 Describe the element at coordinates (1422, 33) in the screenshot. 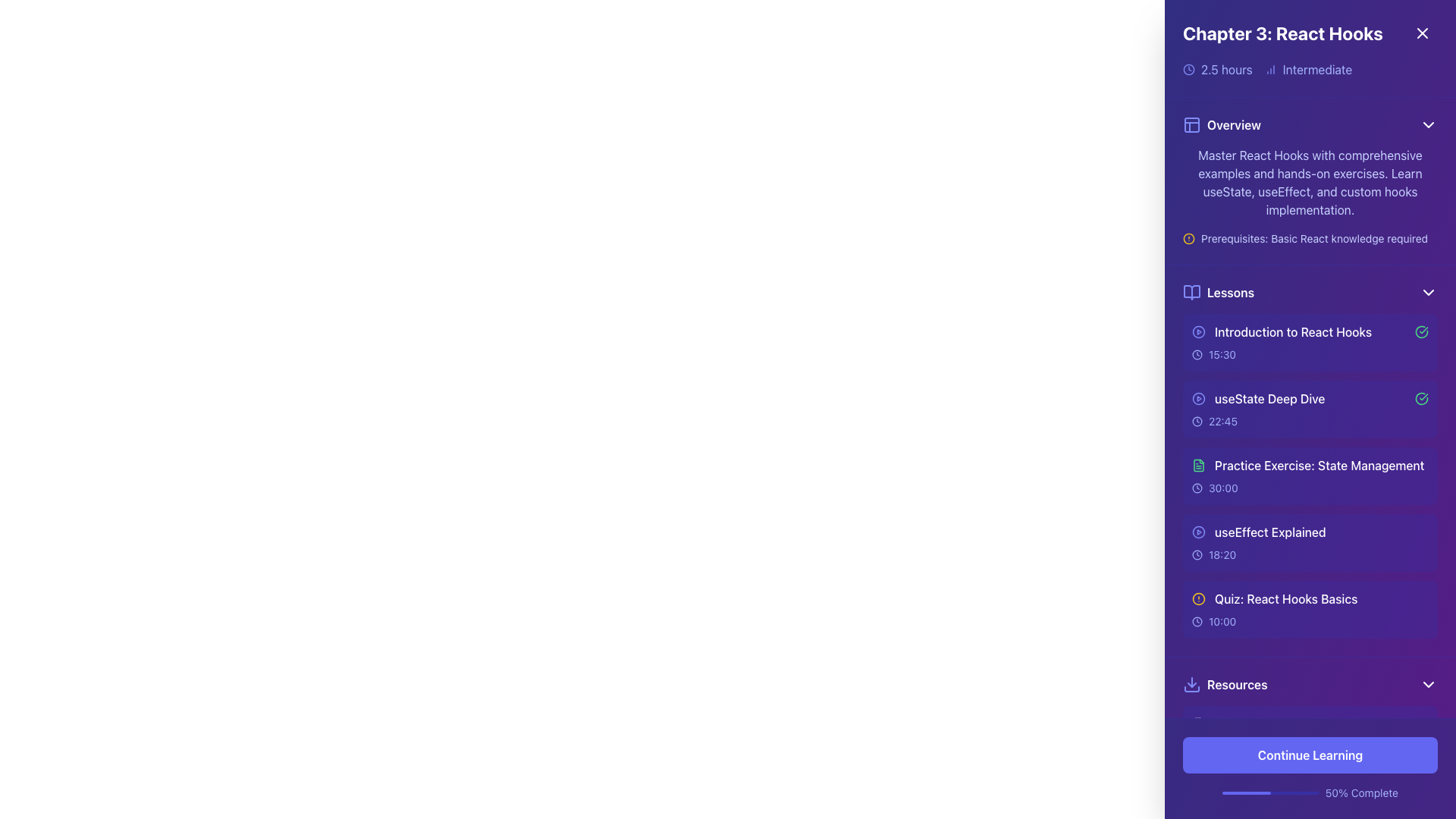

I see `the close button located at the top-right corner of the 'Chapter 3: React Hooks' section` at that location.